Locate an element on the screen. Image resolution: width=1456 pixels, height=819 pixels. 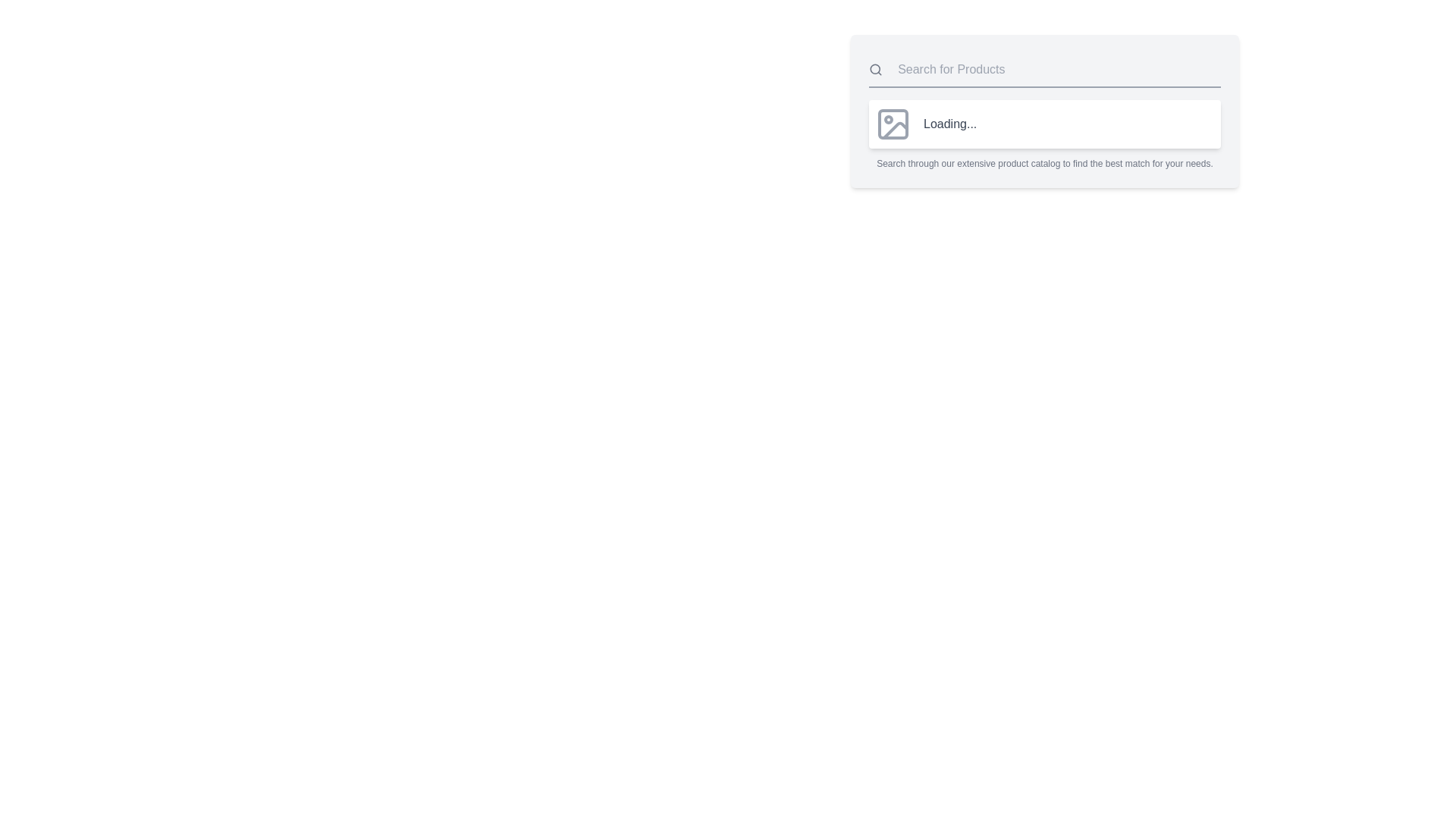
the small gray magnifying glass icon located near the upper left corner of the search bar is located at coordinates (876, 70).